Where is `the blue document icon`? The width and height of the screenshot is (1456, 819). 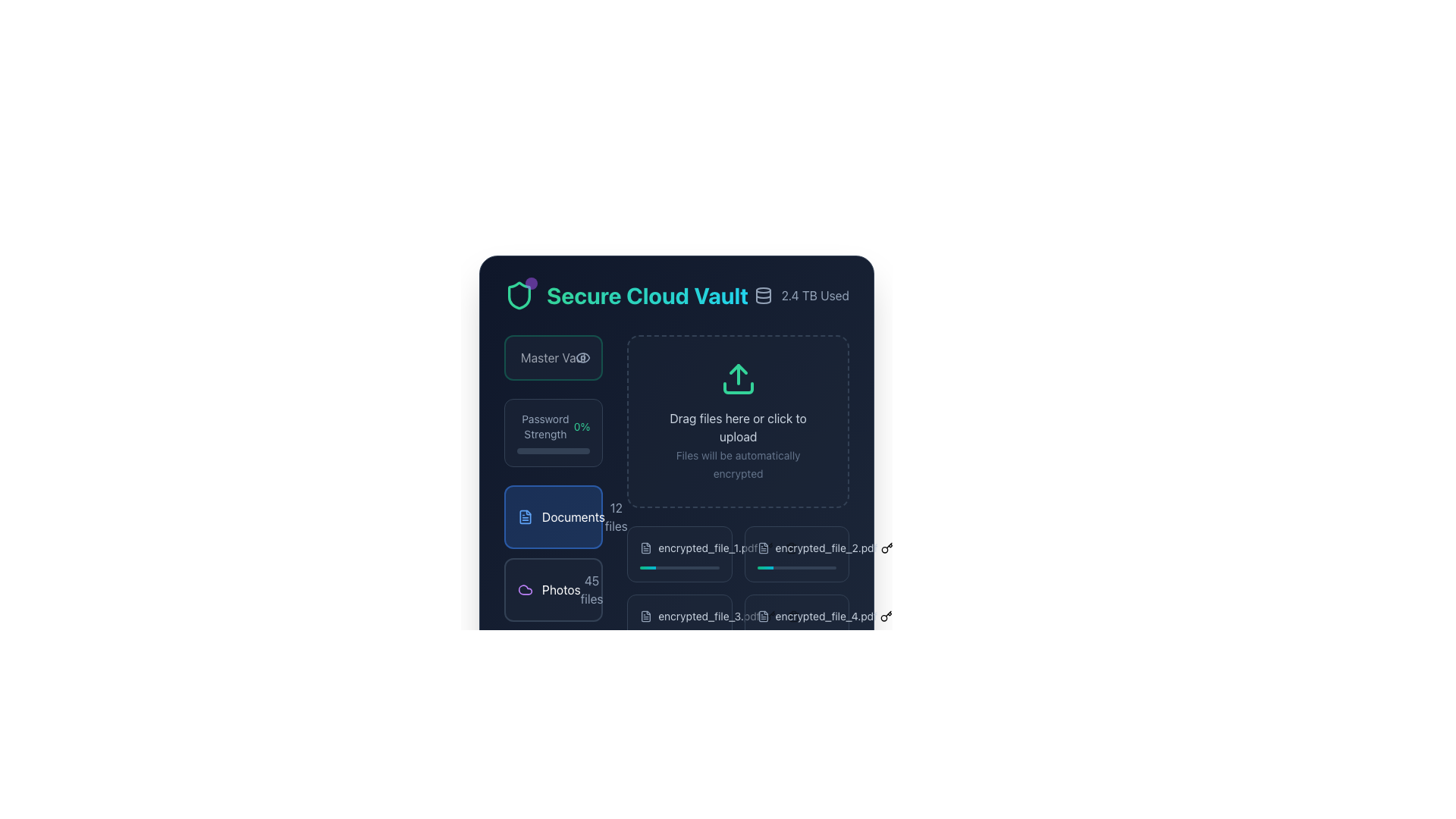
the blue document icon is located at coordinates (525, 516).